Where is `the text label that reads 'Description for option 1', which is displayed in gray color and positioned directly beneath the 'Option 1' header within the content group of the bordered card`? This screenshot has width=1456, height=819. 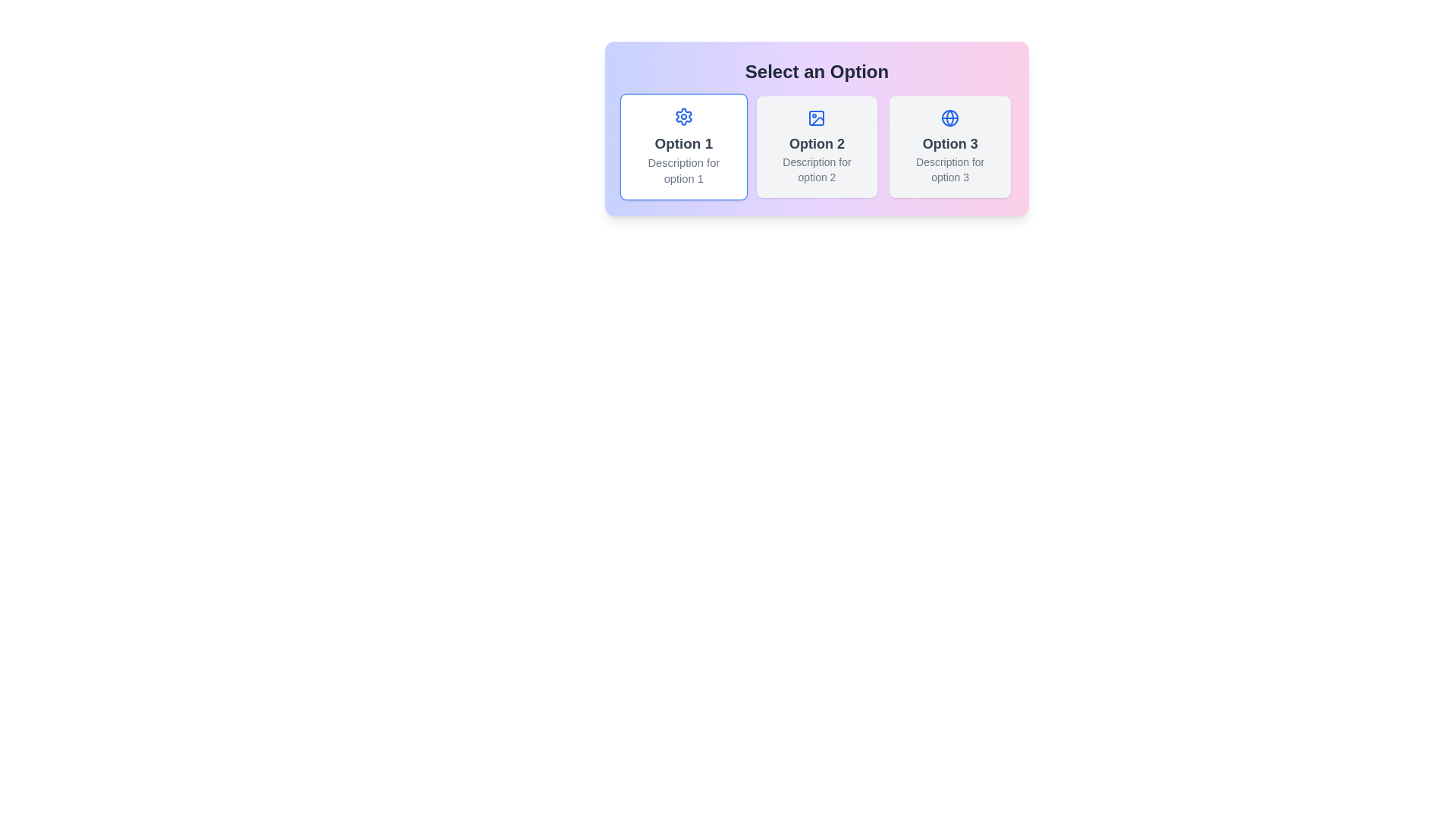
the text label that reads 'Description for option 1', which is displayed in gray color and positioned directly beneath the 'Option 1' header within the content group of the bordered card is located at coordinates (682, 171).